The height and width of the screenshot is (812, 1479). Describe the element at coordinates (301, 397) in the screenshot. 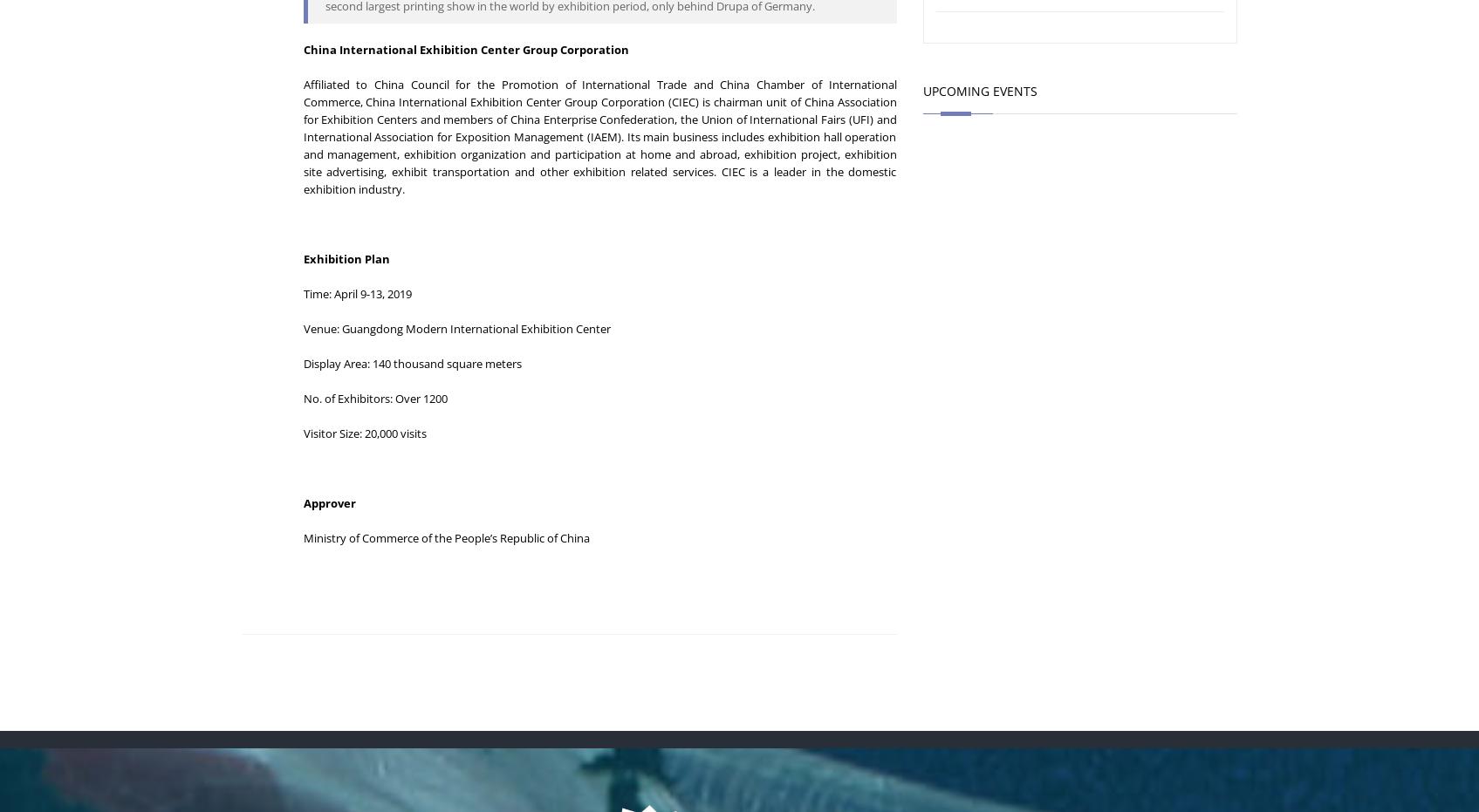

I see `'No. of Exhibitors: Over 1200'` at that location.